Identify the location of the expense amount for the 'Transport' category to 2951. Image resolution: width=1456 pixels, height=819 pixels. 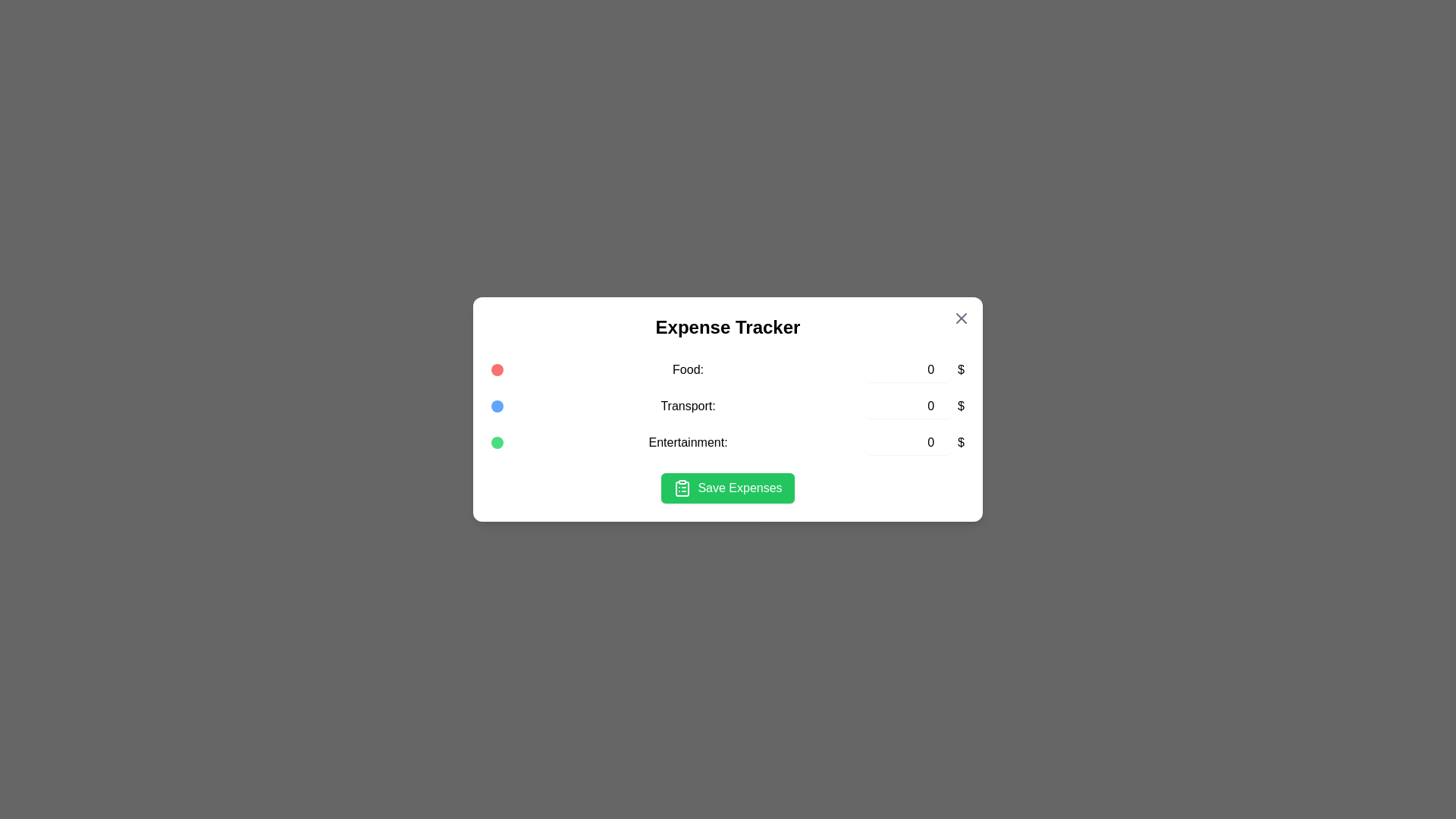
(909, 406).